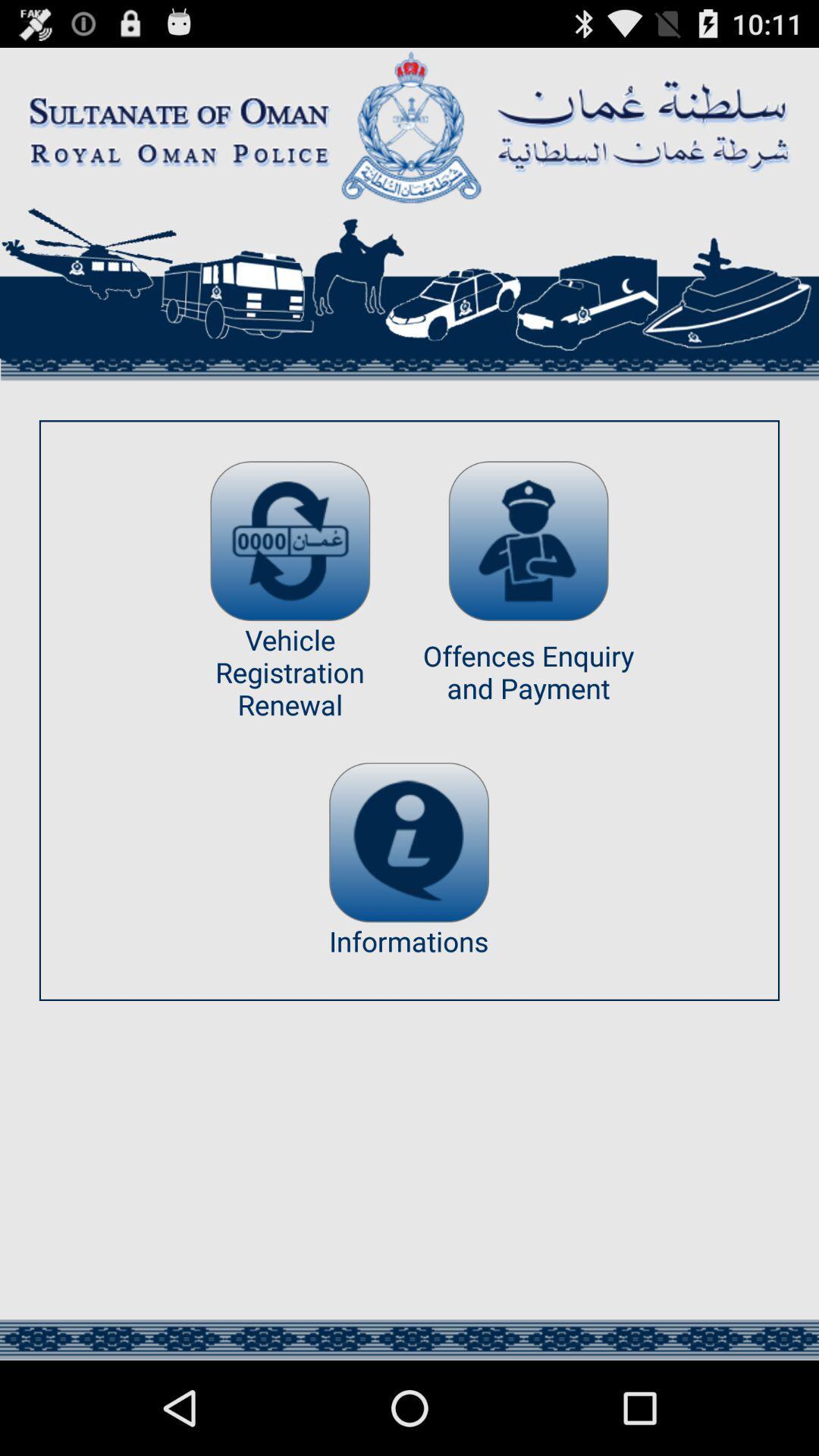 The image size is (819, 1456). What do you see at coordinates (528, 578) in the screenshot?
I see `the avatar icon` at bounding box center [528, 578].